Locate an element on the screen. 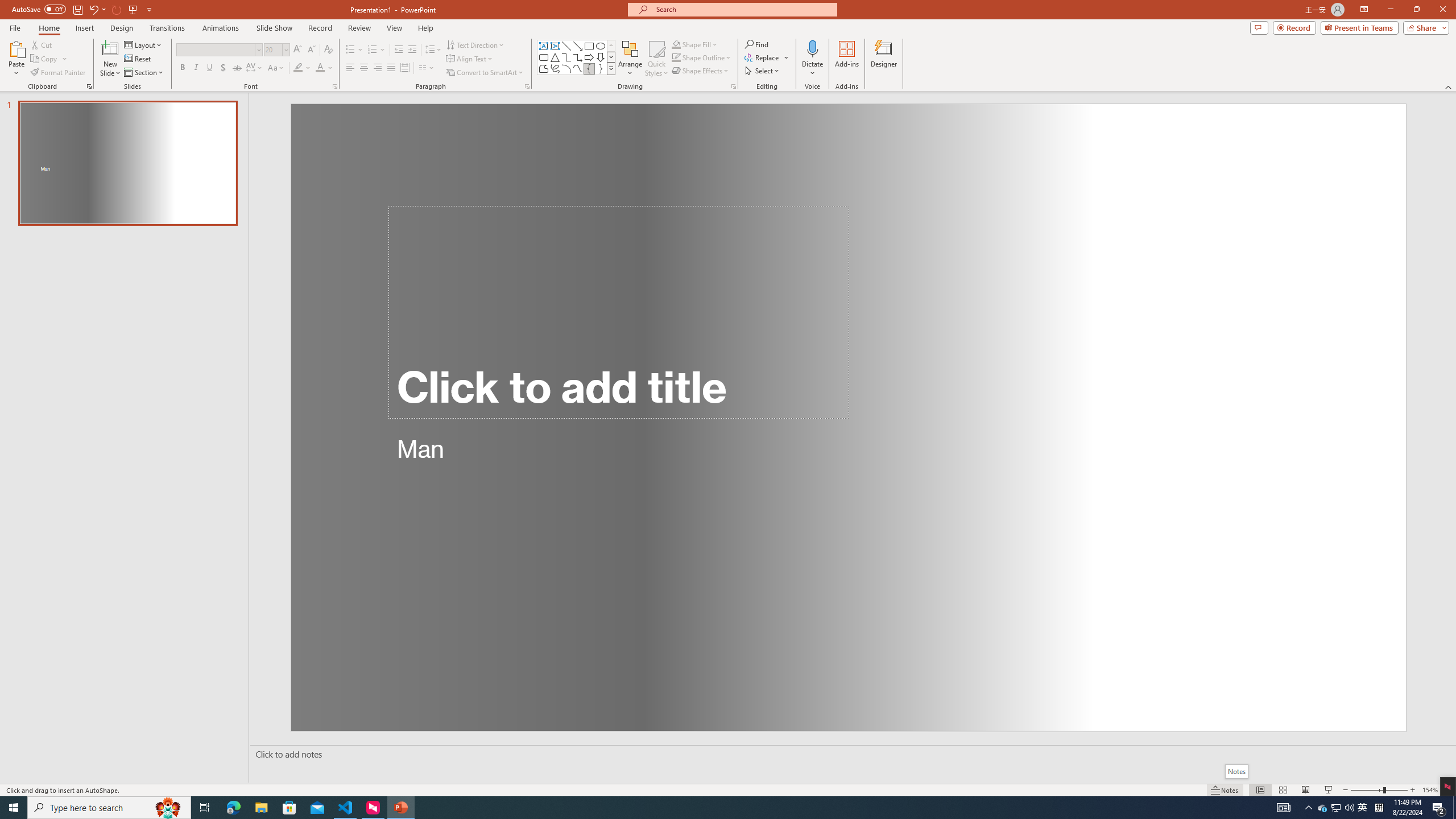 The image size is (1456, 819). 'Format Object...' is located at coordinates (733, 85).